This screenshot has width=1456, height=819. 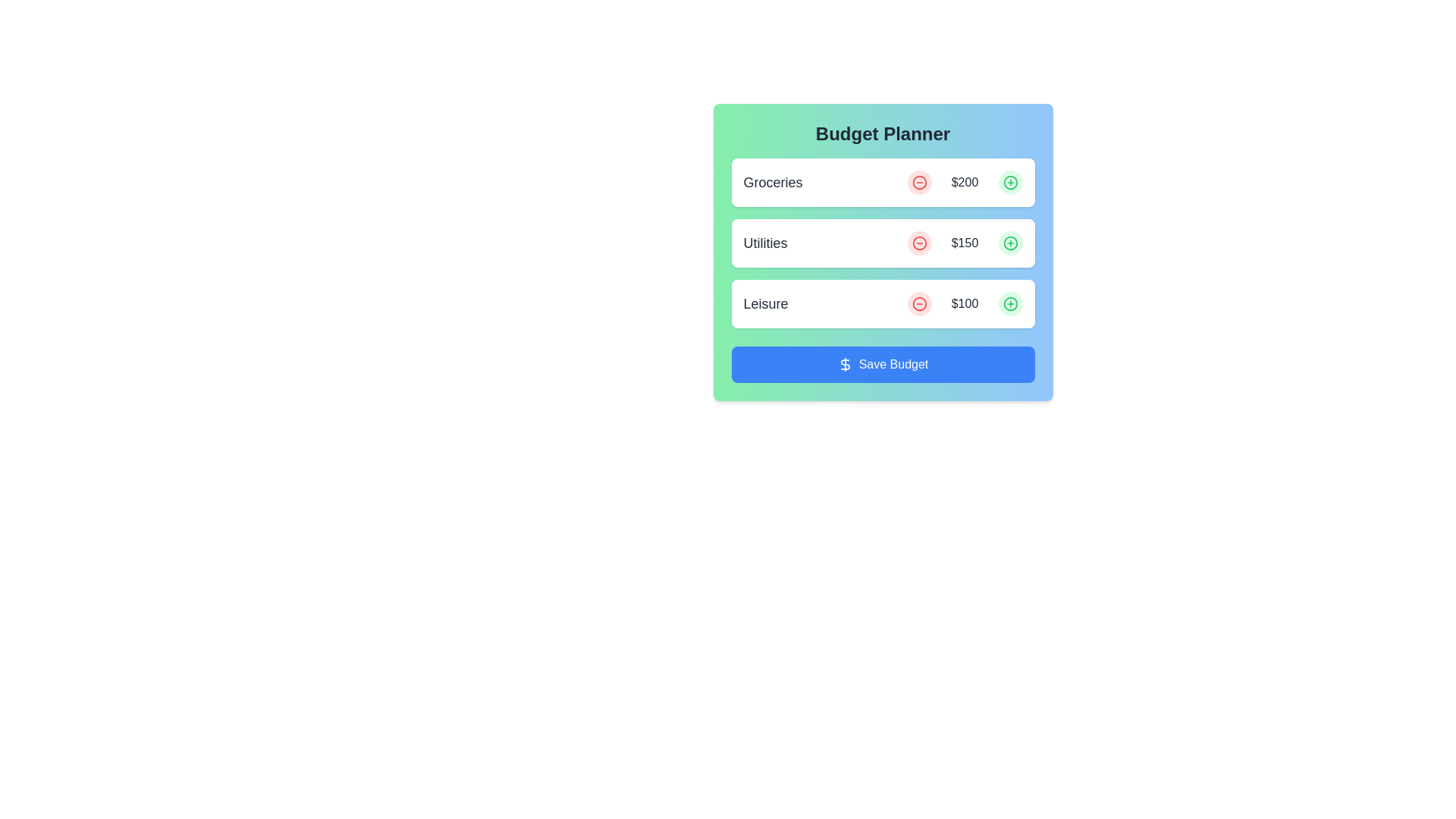 What do you see at coordinates (1010, 181) in the screenshot?
I see `the circular button with a green border and green plus symbol inside, located in the topmost row labeled 'Groceries'` at bounding box center [1010, 181].